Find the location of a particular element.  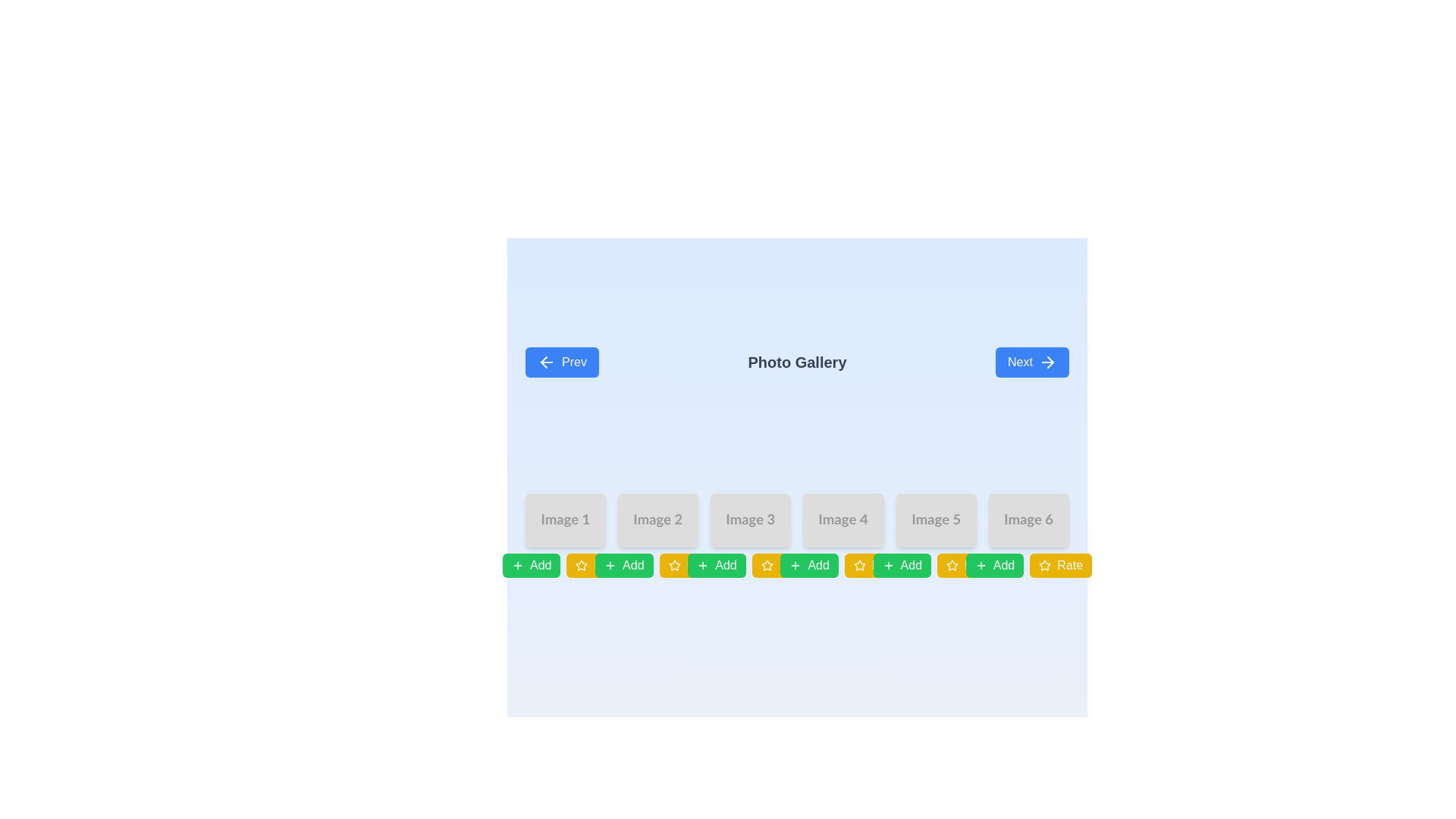

the text label embedded in the rightmost button labeled 'Rate' with a star icon under 'Image 6' in the gallery is located at coordinates (1069, 565).